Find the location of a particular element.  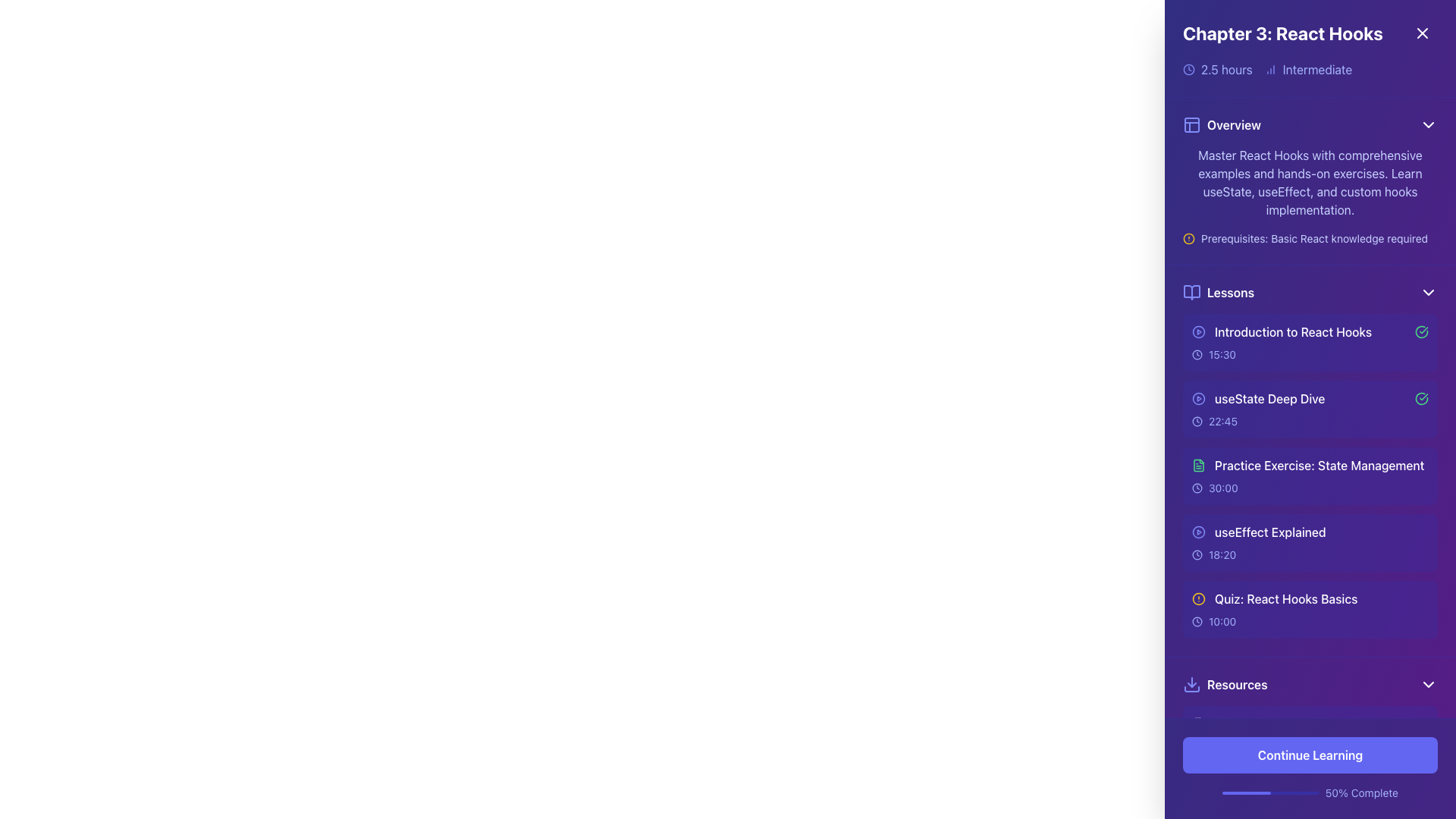

the 'Chevron Down' icon located to the right of the 'Resources' label is located at coordinates (1427, 684).